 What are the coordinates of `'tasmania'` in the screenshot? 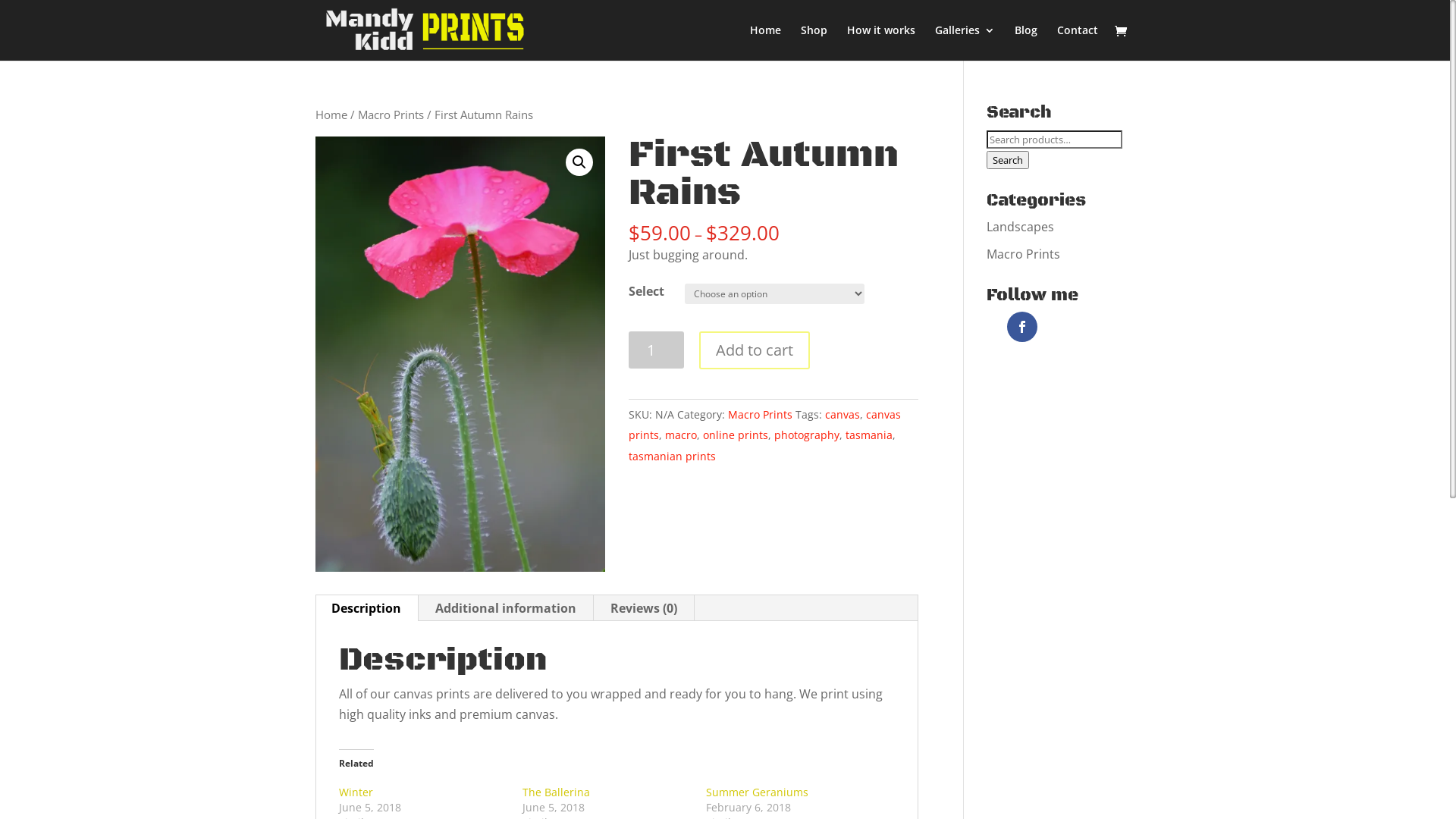 It's located at (869, 435).